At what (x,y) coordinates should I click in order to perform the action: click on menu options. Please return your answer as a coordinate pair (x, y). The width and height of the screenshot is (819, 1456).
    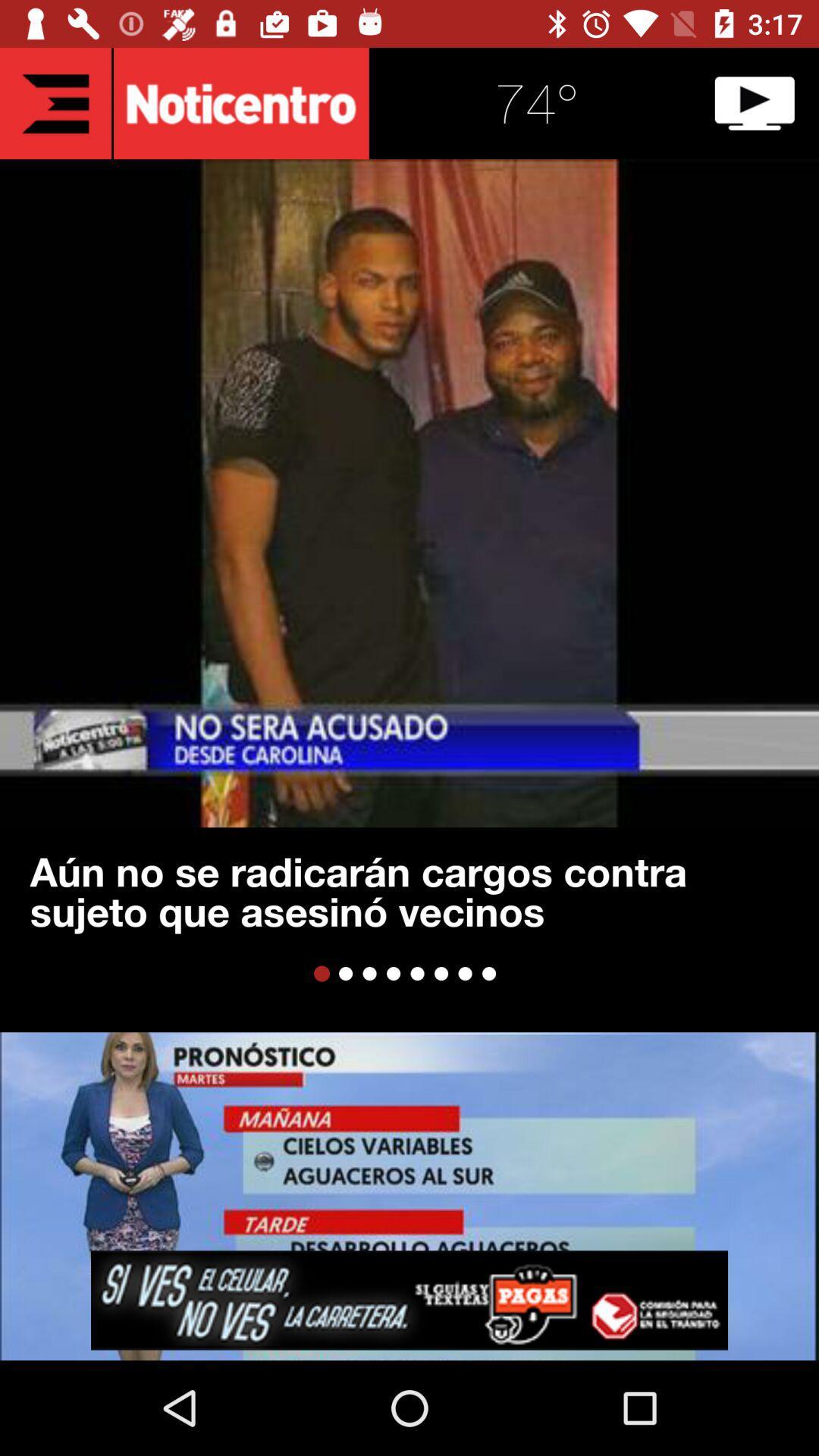
    Looking at the image, I should click on (55, 102).